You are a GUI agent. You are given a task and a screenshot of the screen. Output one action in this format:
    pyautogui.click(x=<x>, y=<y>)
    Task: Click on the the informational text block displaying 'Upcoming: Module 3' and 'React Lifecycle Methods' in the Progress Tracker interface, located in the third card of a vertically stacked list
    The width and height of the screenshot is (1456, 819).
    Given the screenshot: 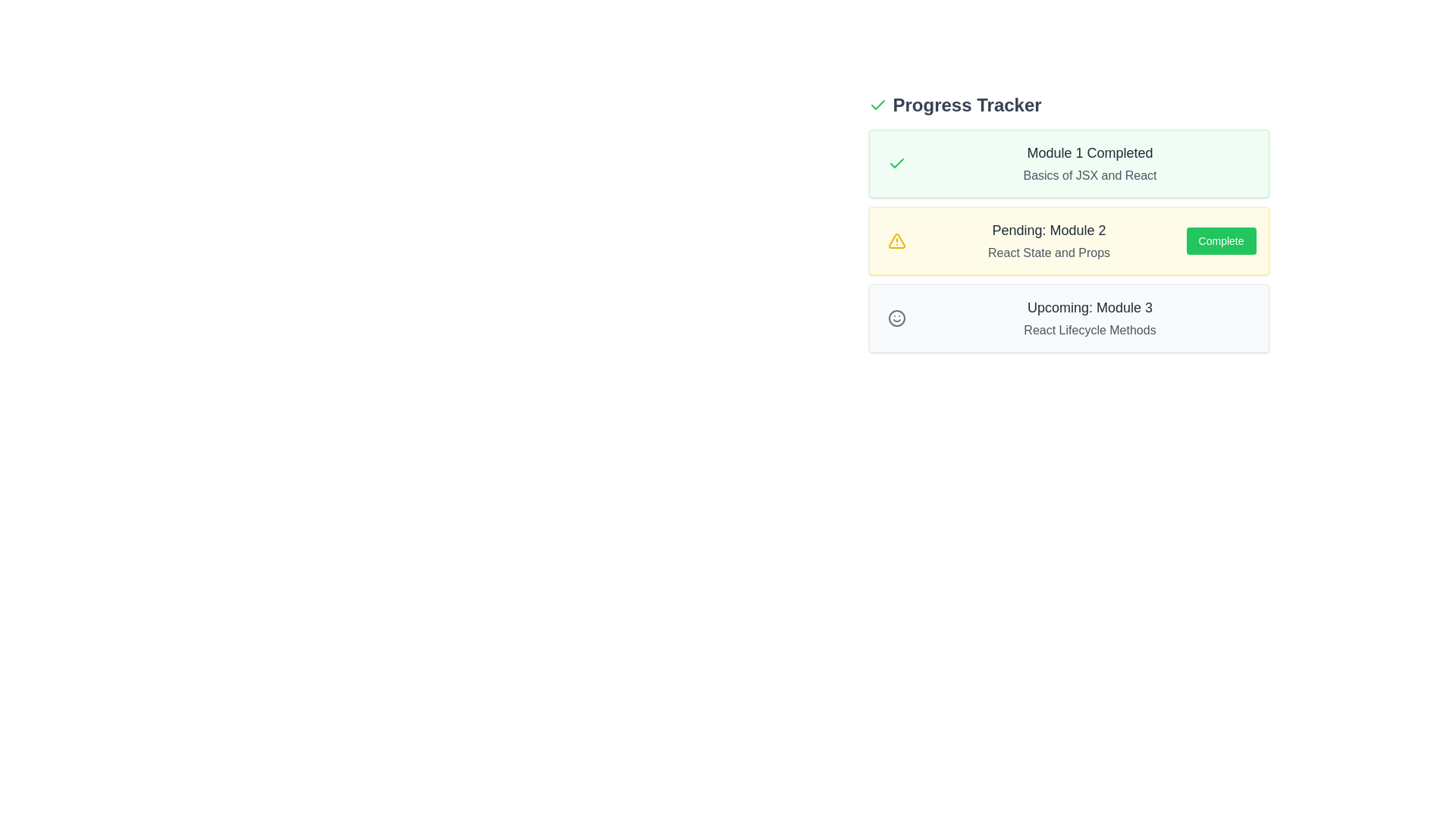 What is the action you would take?
    pyautogui.click(x=1089, y=318)
    